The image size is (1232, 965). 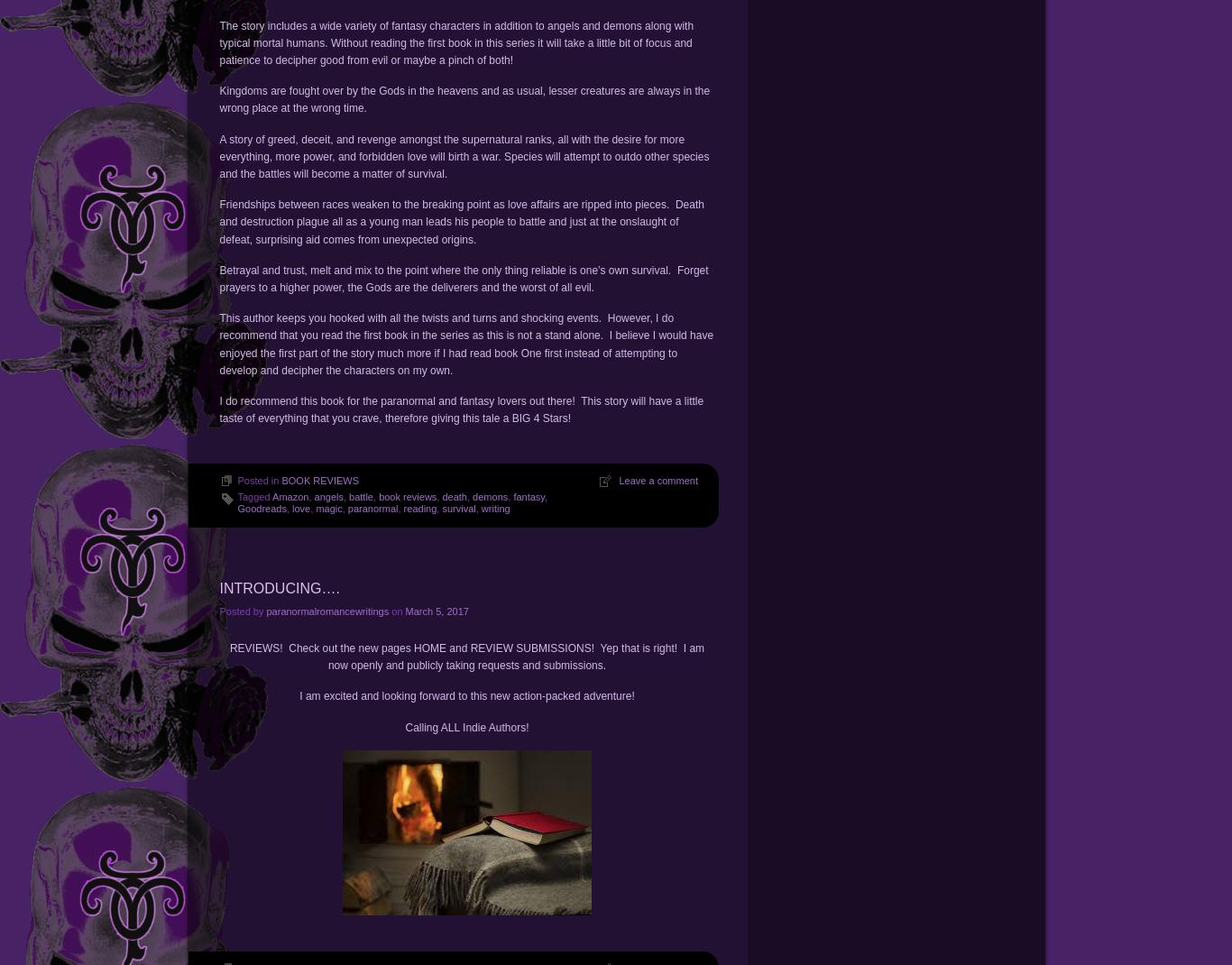 I want to click on 'reading', so click(x=419, y=507).